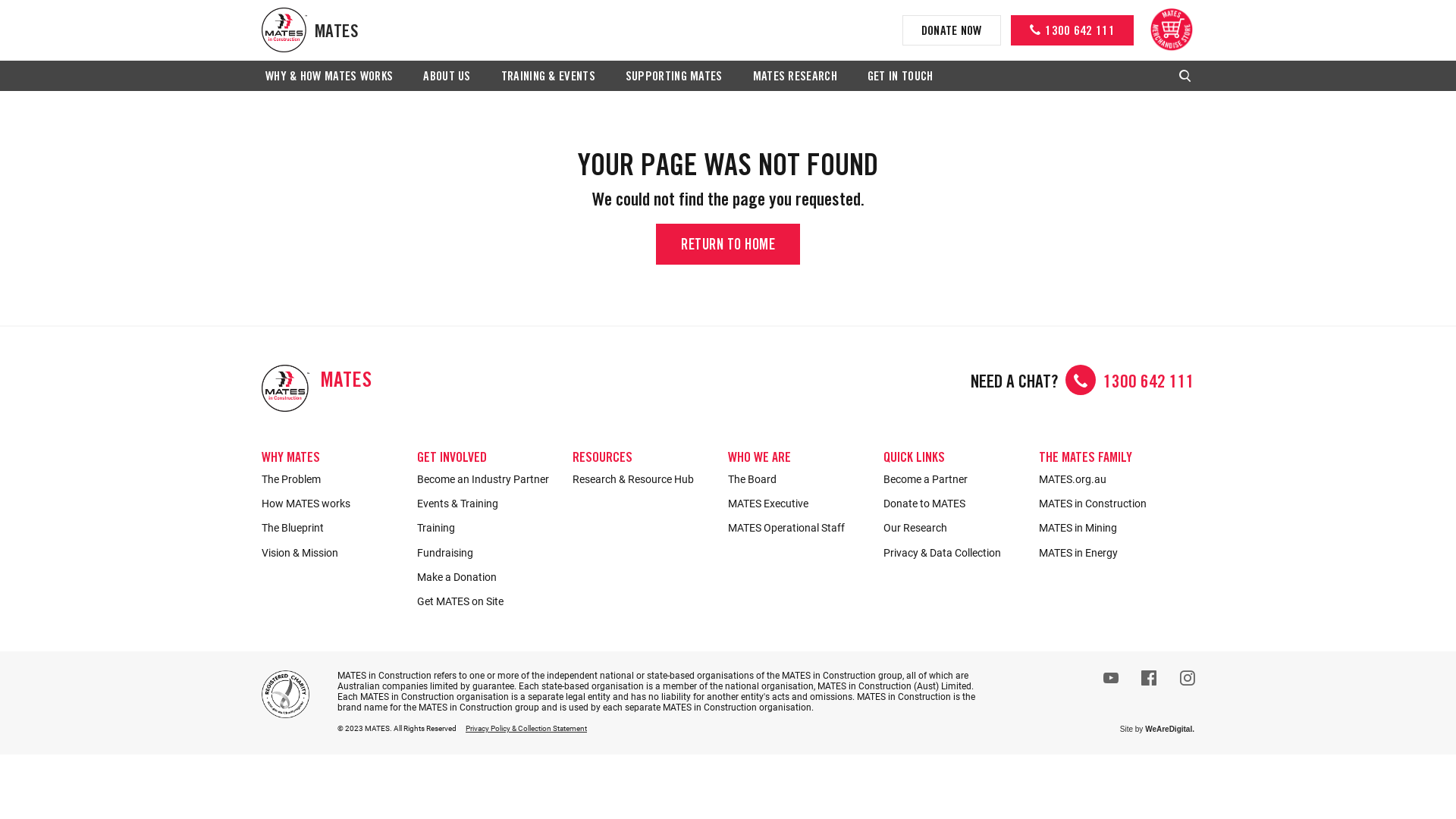 This screenshot has height=819, width=1456. What do you see at coordinates (446, 77) in the screenshot?
I see `'ABOUT US'` at bounding box center [446, 77].